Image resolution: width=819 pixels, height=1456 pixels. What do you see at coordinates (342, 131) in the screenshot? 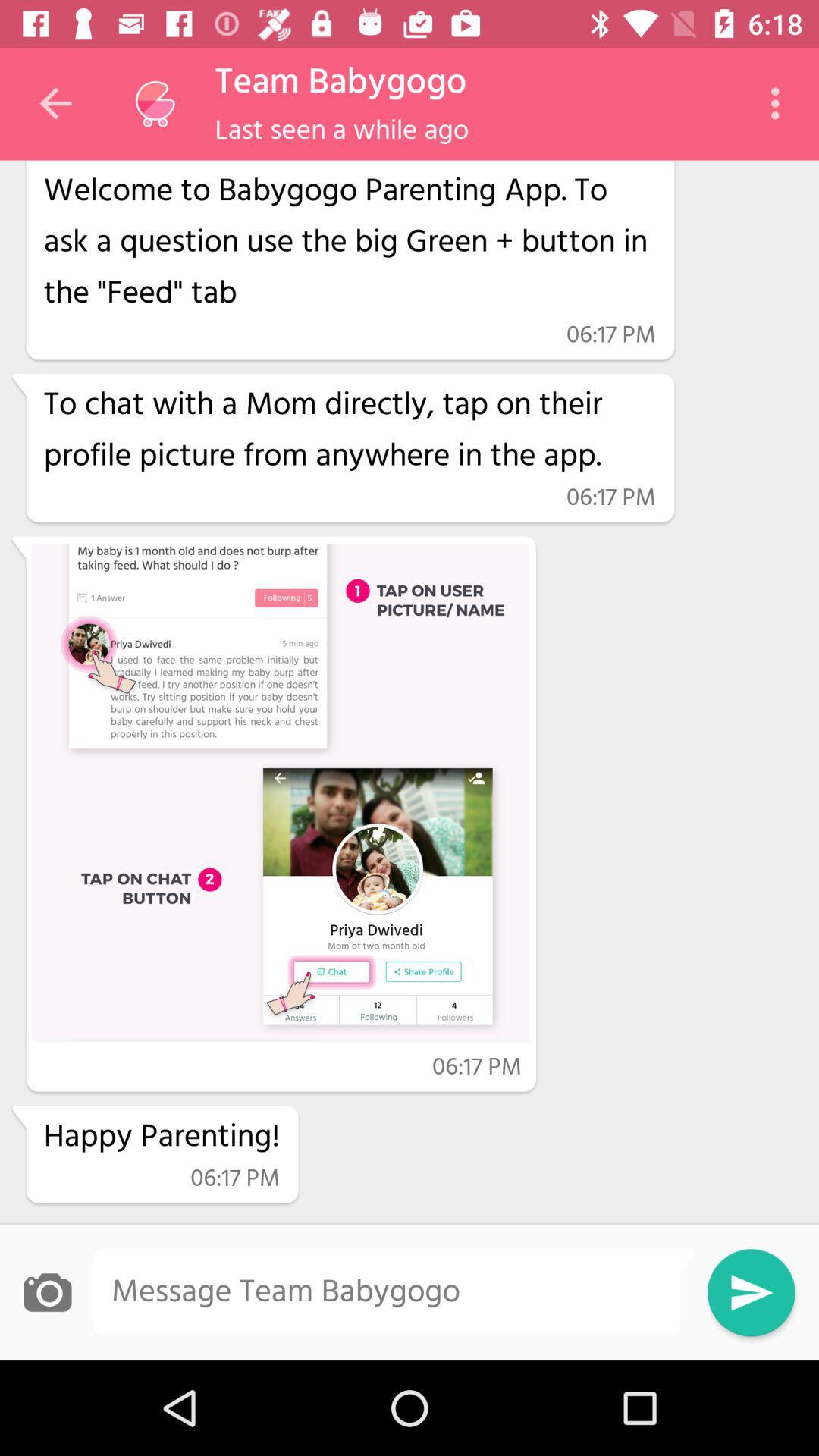
I see `the item below the team babygogo` at bounding box center [342, 131].